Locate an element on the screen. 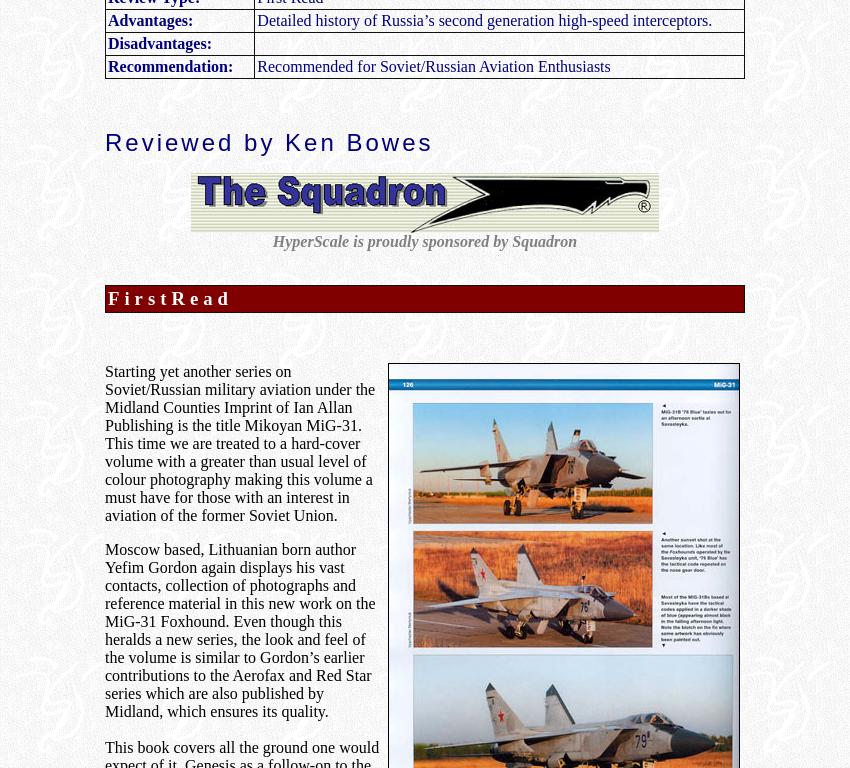 This screenshot has height=768, width=850. 'Moscow based, Lithuanian born author Yefim Gordon again displays 
			his vast contacts, collection of photographs and reference material 
			in this new work on the MiG-31 Foxhound. Even though this heralds a 
			new series, the look and feel of the volume is similar to Gordon’s 
			earlier contributions to the Aerofax and Red Star series which are 
			also published by Midland, which ensures its quality.' is located at coordinates (240, 630).